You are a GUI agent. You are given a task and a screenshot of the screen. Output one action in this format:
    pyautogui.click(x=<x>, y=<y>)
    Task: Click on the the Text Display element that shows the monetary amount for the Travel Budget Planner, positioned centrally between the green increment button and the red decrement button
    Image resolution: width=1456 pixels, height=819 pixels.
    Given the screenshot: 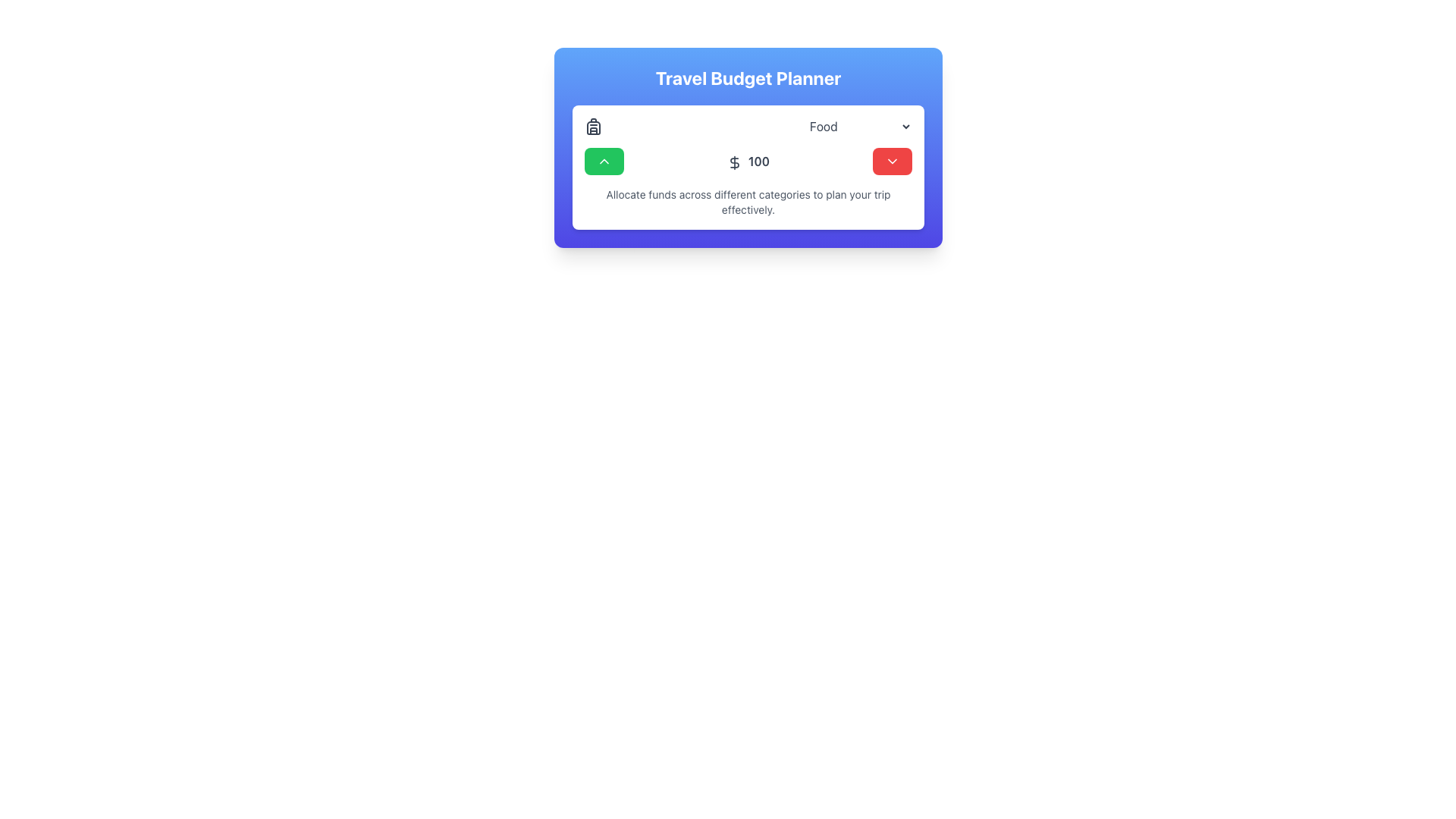 What is the action you would take?
    pyautogui.click(x=748, y=161)
    